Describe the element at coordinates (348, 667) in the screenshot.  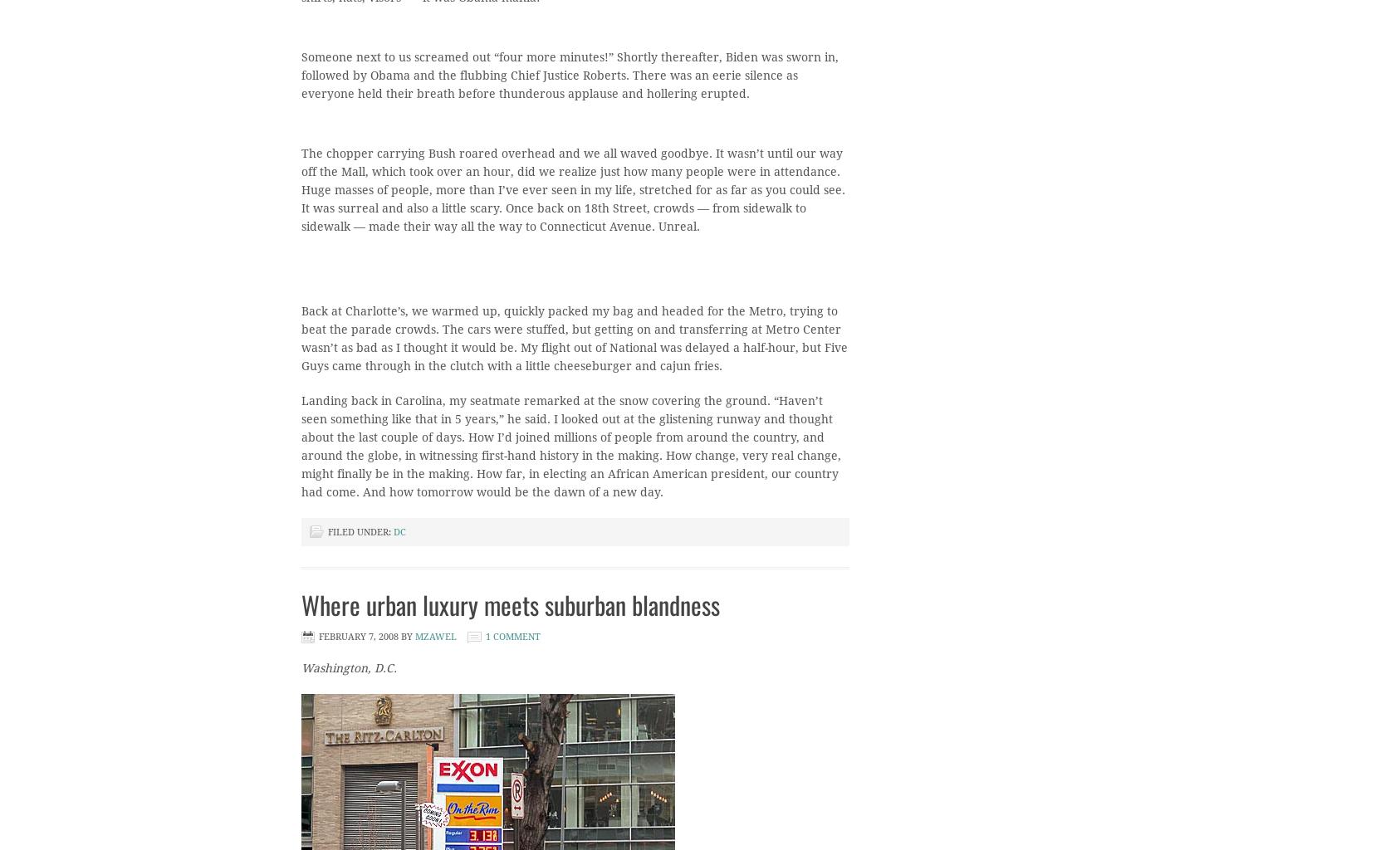
I see `'Washington, D.C.'` at that location.